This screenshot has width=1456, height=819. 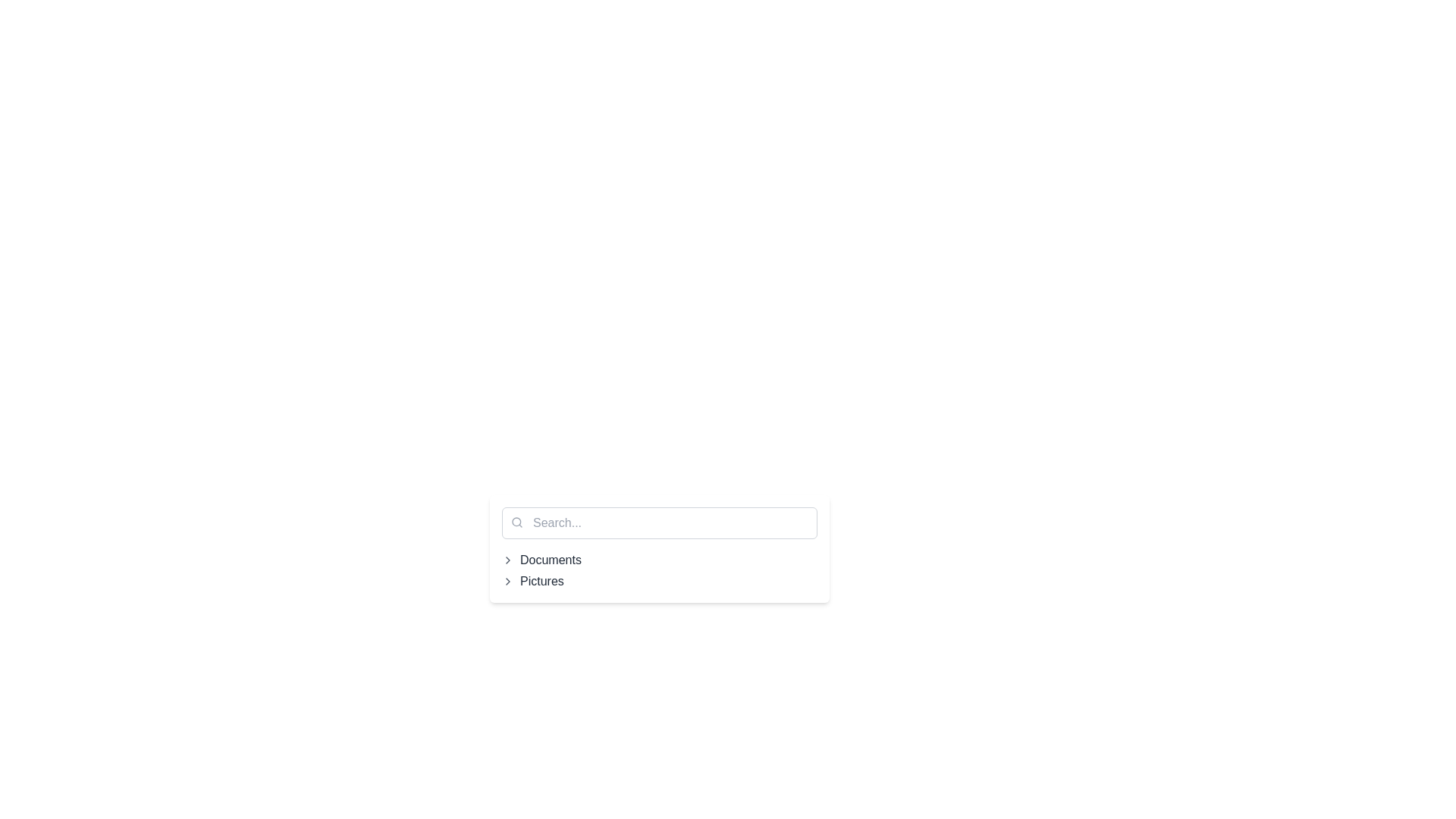 What do you see at coordinates (541, 581) in the screenshot?
I see `the clickable label titled 'Pictures' within the navigation tree structure` at bounding box center [541, 581].